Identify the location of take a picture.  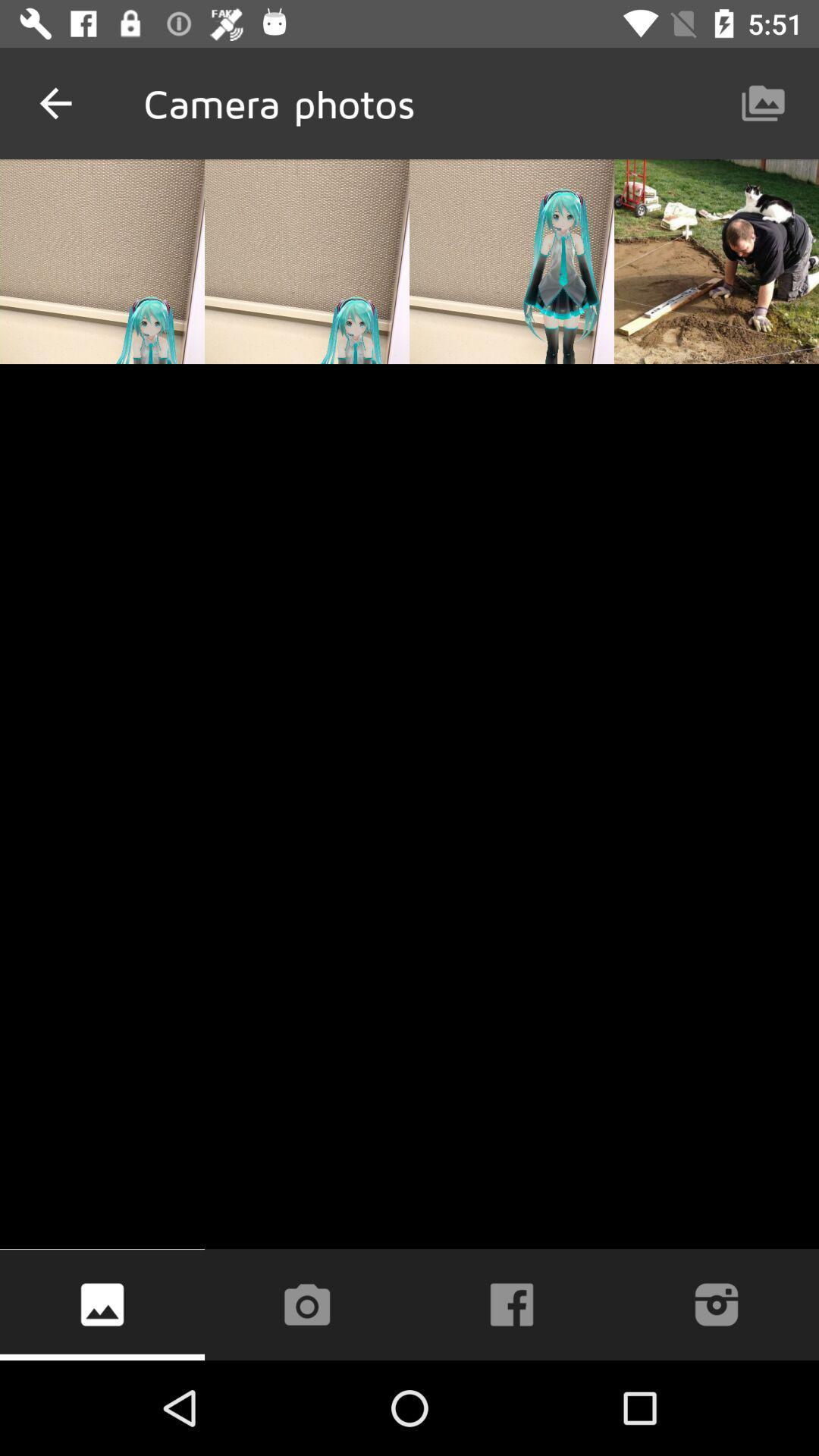
(307, 1304).